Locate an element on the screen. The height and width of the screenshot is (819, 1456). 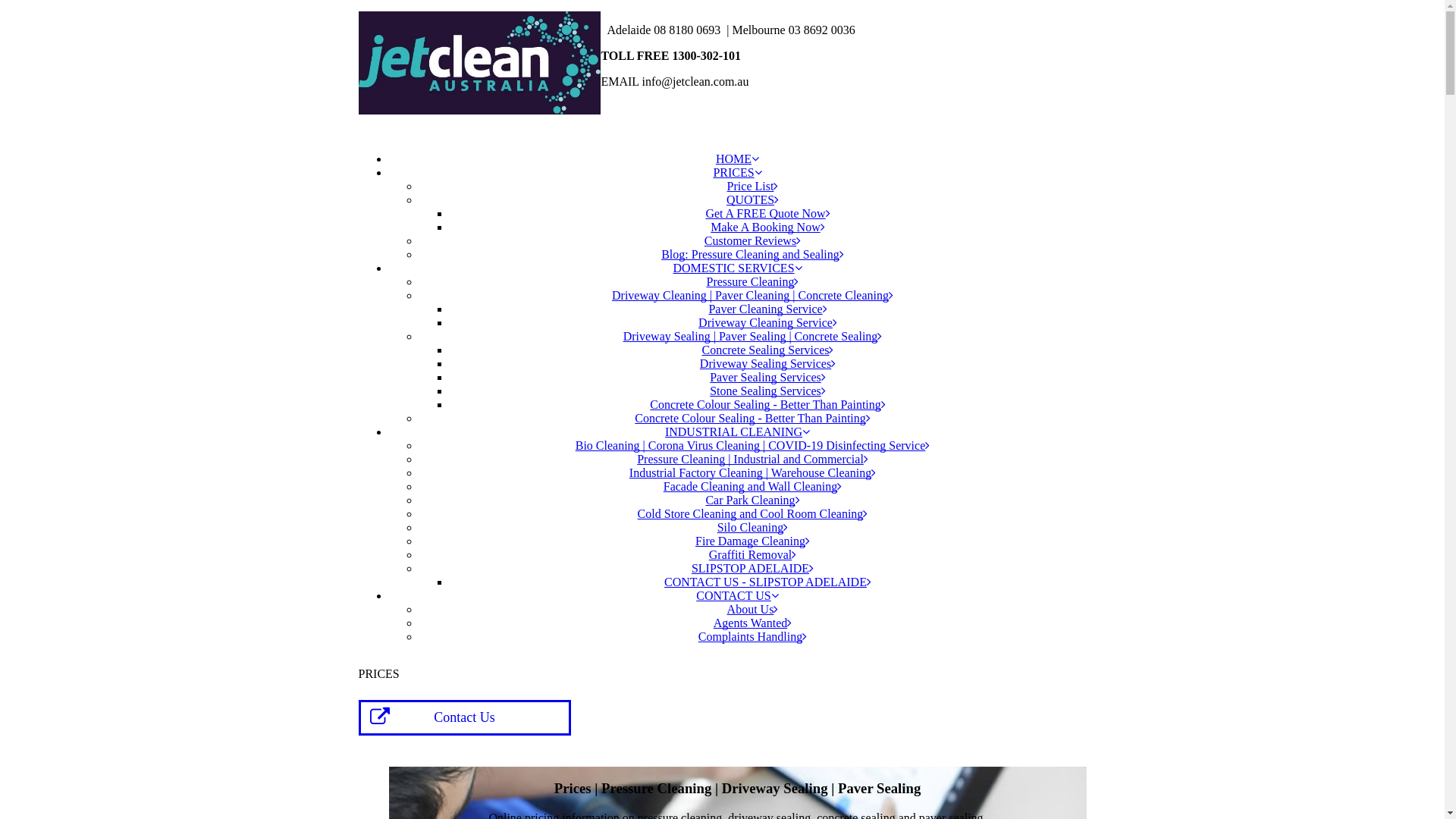
'SLIPSTOP ADELAIDE' is located at coordinates (752, 568).